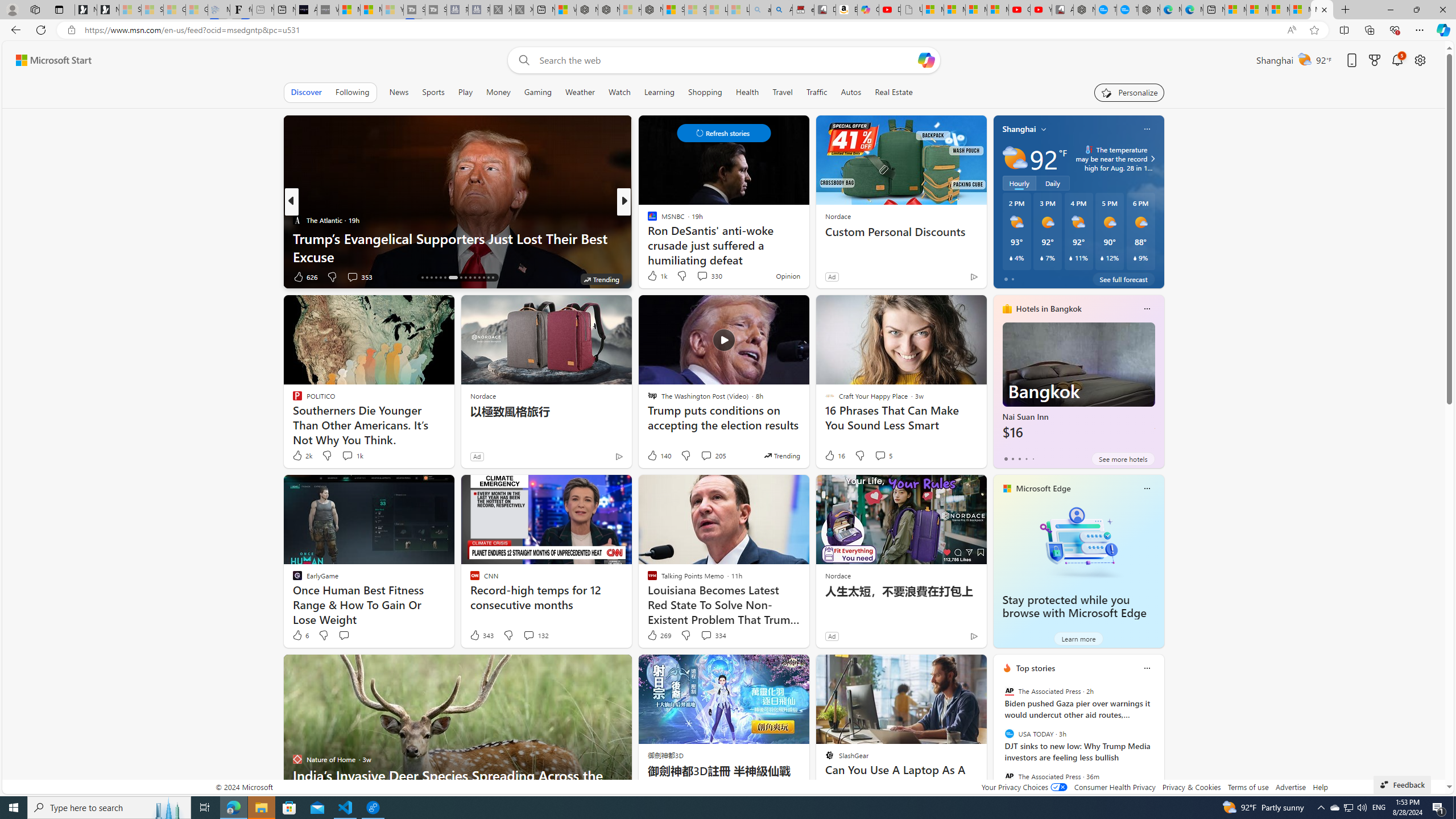 The image size is (1456, 819). I want to click on 'Gloom - YouTube', so click(1019, 9).